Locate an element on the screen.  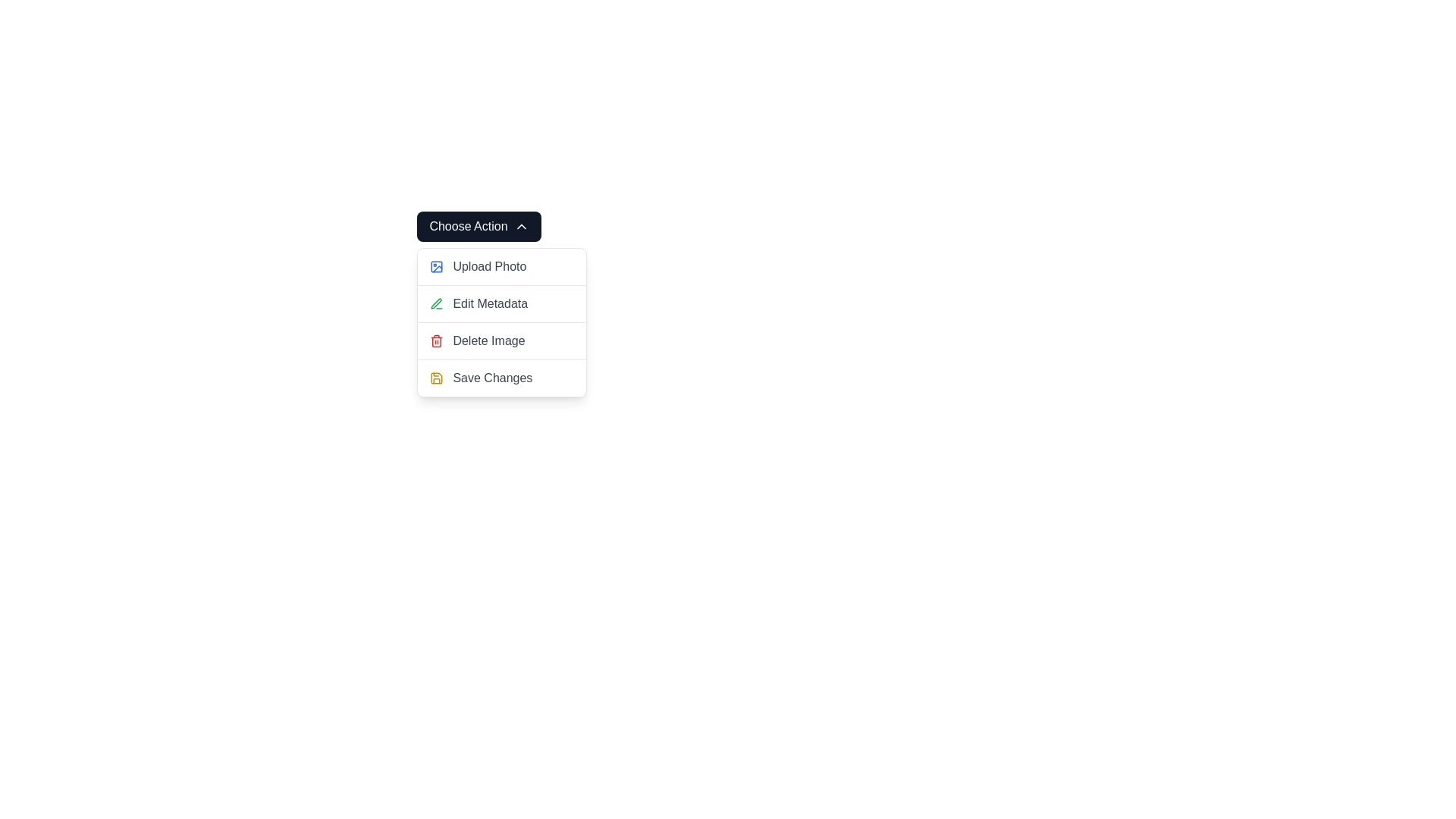
the 'Save Changes' button in the dropdown menu is located at coordinates (502, 377).